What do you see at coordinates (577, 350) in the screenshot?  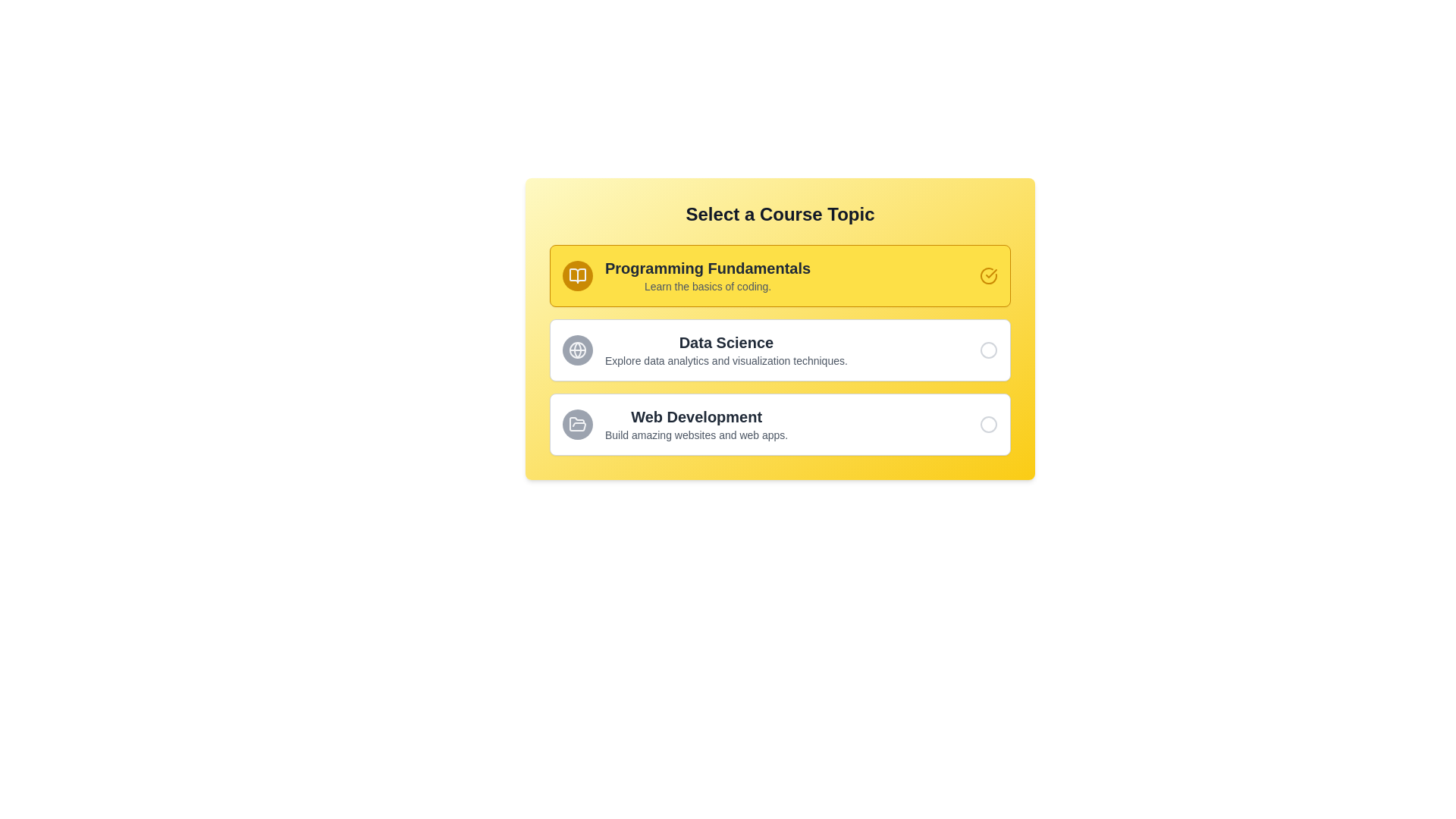 I see `the circular SVG element representing a globe icon located at the center of the bounding box` at bounding box center [577, 350].